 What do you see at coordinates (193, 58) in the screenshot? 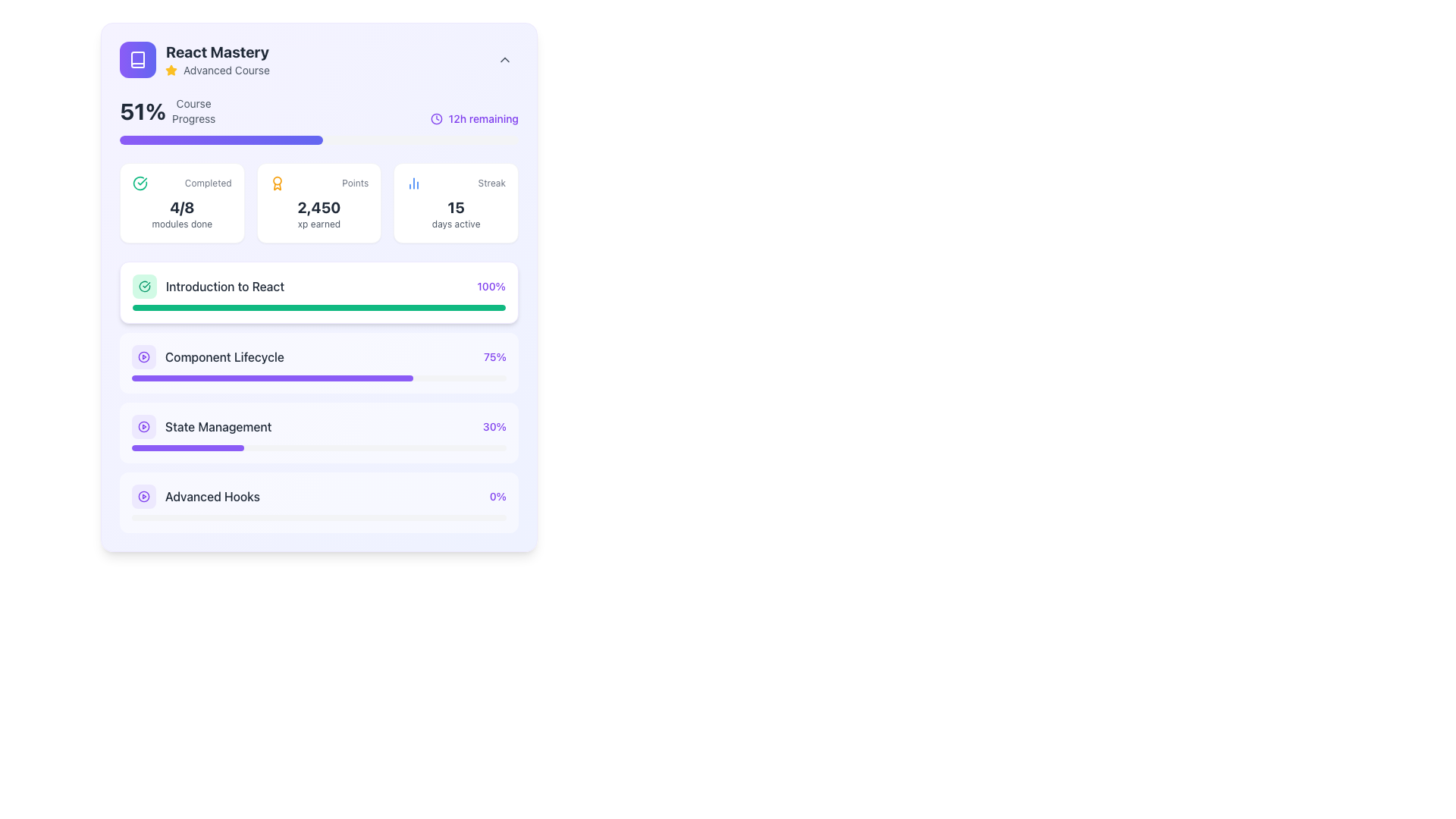
I see `title and subtitle text of the header element that identifies the course as 'React Mastery' and 'Advanced Course', located at the top-left corner of the display above the progress section` at bounding box center [193, 58].